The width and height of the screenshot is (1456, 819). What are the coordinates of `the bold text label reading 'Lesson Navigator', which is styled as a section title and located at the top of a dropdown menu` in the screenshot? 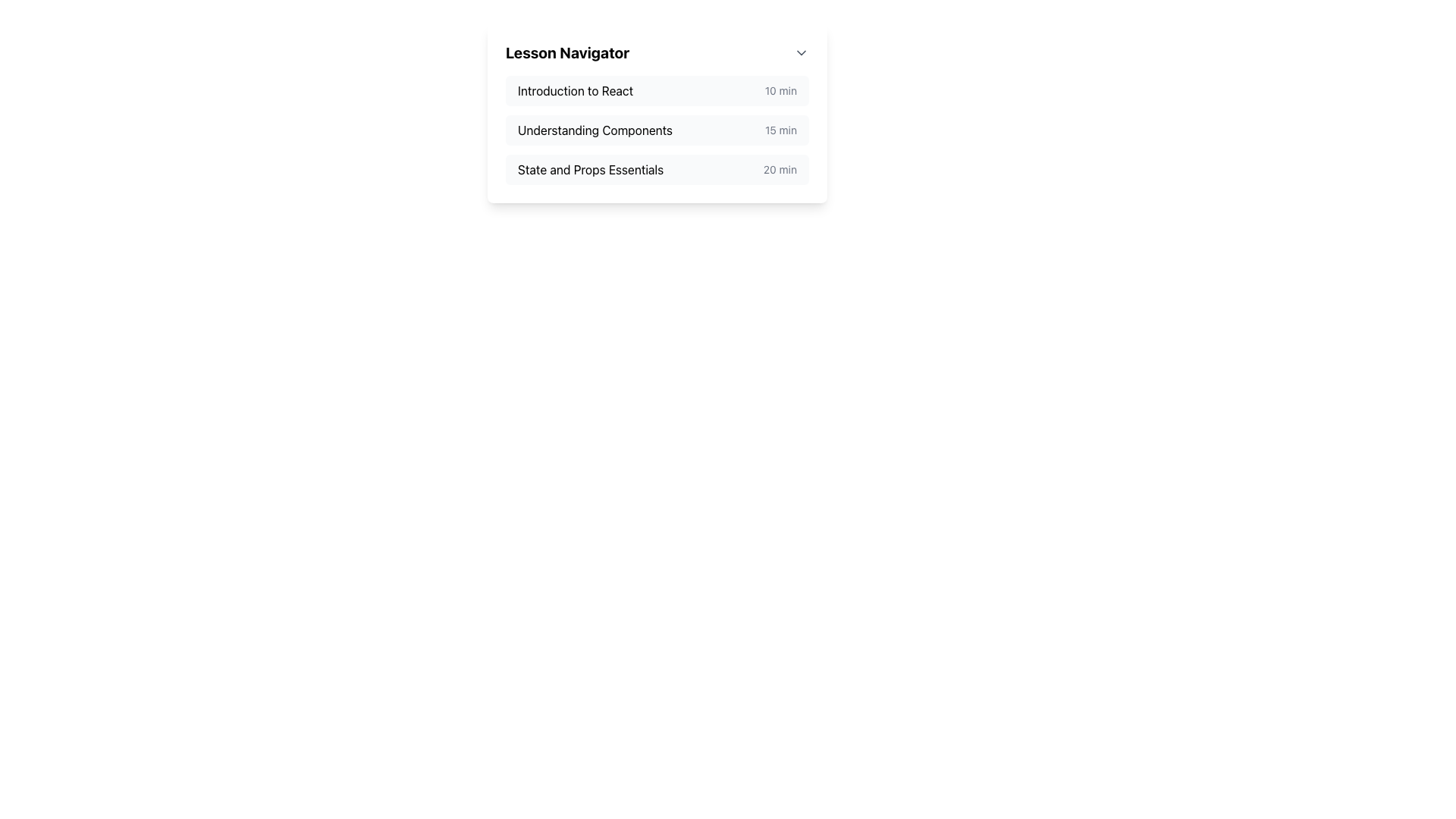 It's located at (566, 52).